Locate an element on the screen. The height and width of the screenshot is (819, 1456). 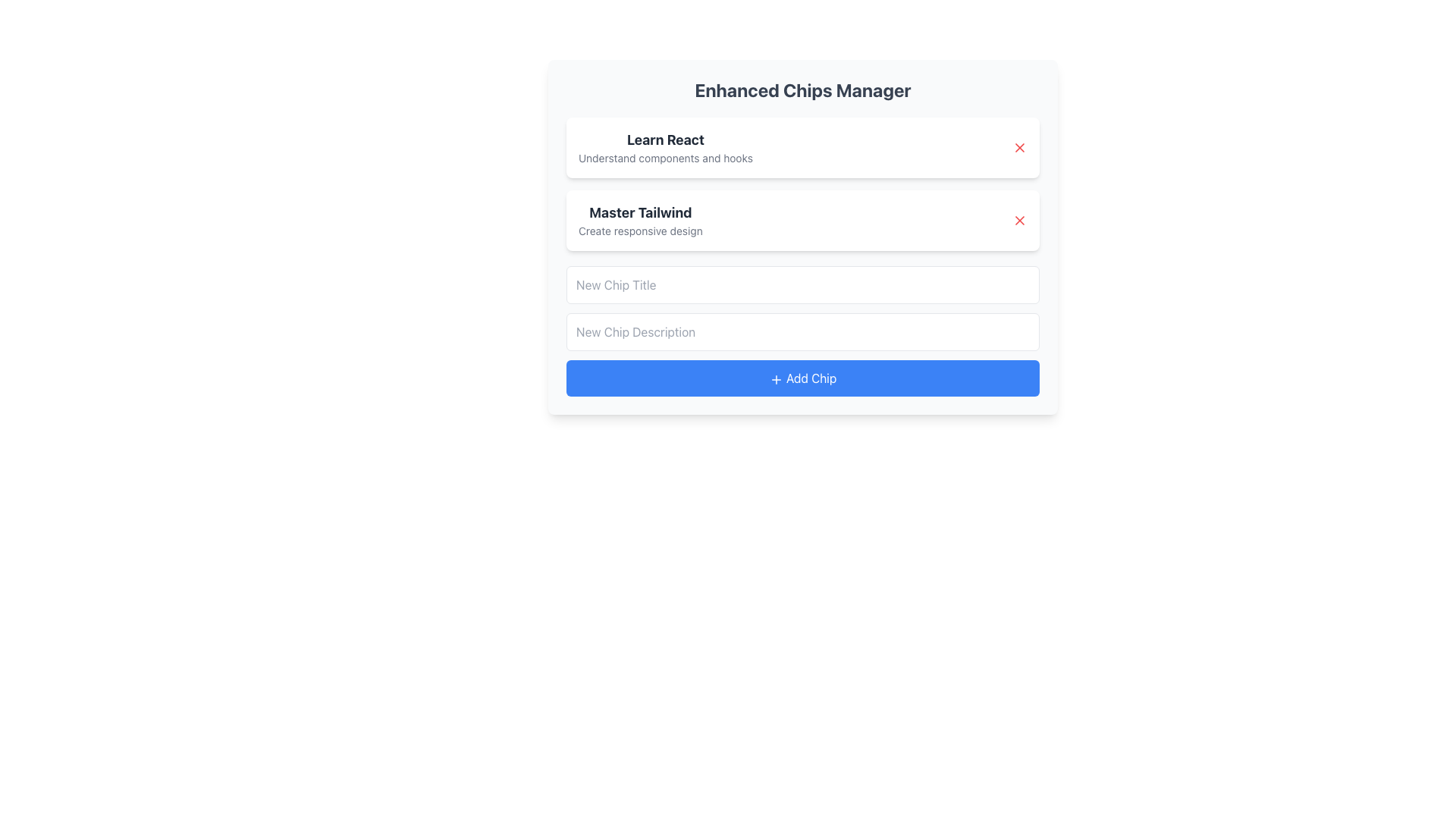
the small '+' icon styled with a thin line art design, which is rendered in white on a blue rectangular button with rounded corners, located at the center-left of the 'Add Chip' button is located at coordinates (776, 378).